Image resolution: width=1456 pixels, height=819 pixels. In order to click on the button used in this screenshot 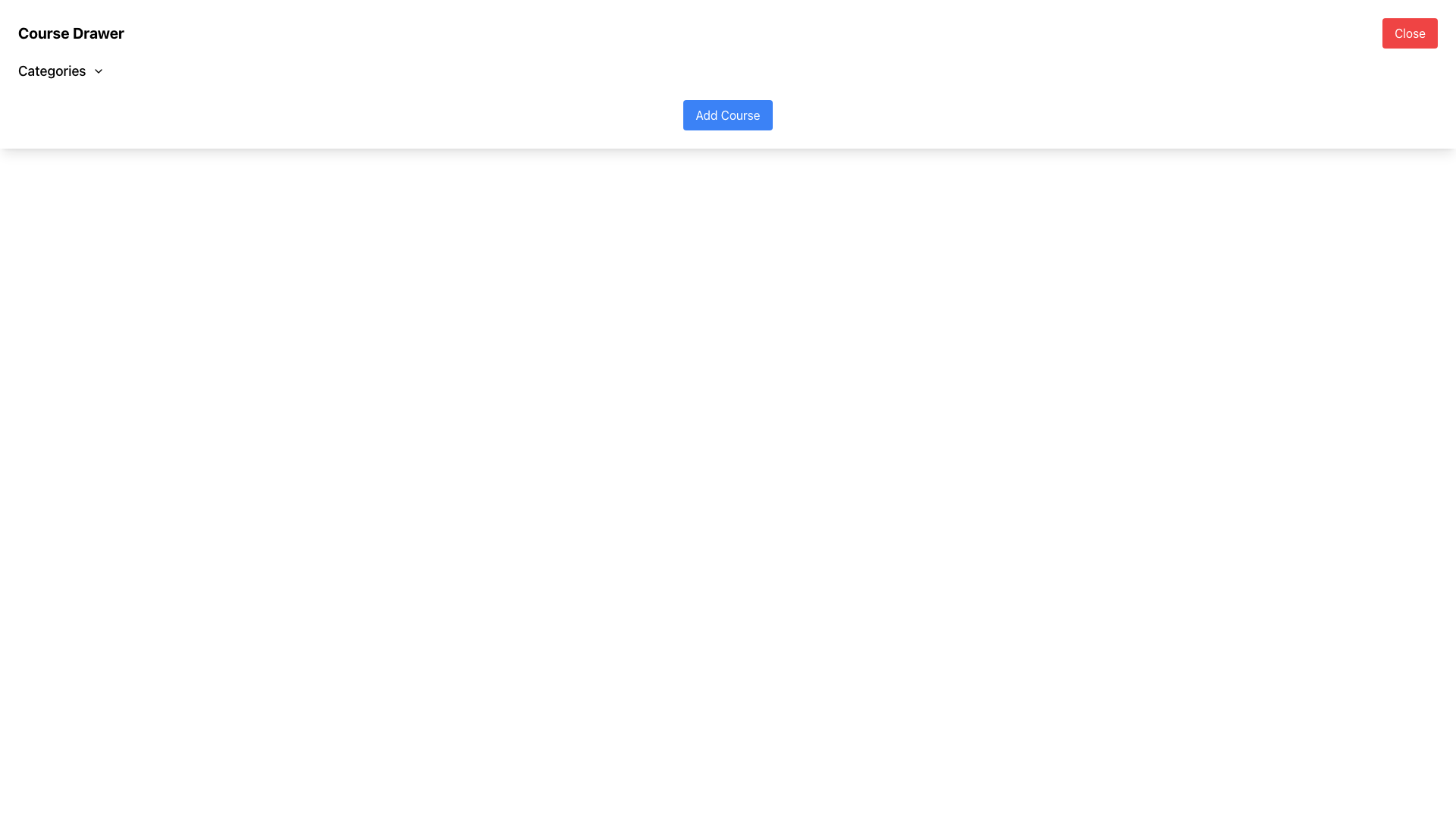, I will do `click(728, 114)`.